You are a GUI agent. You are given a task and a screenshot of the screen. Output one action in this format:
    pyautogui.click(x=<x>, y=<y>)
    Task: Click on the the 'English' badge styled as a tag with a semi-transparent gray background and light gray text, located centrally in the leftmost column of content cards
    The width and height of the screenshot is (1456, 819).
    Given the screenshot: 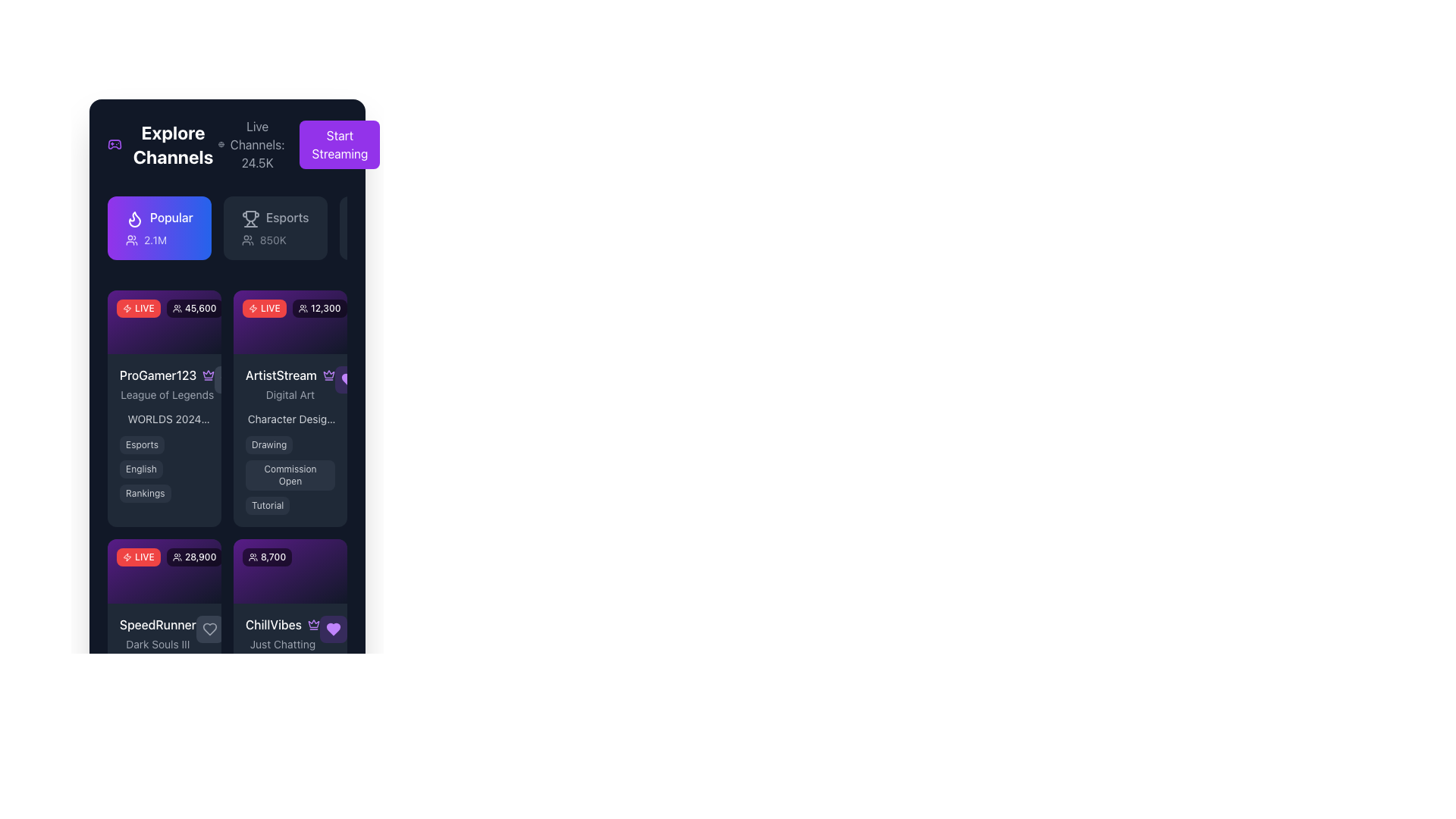 What is the action you would take?
    pyautogui.click(x=141, y=469)
    